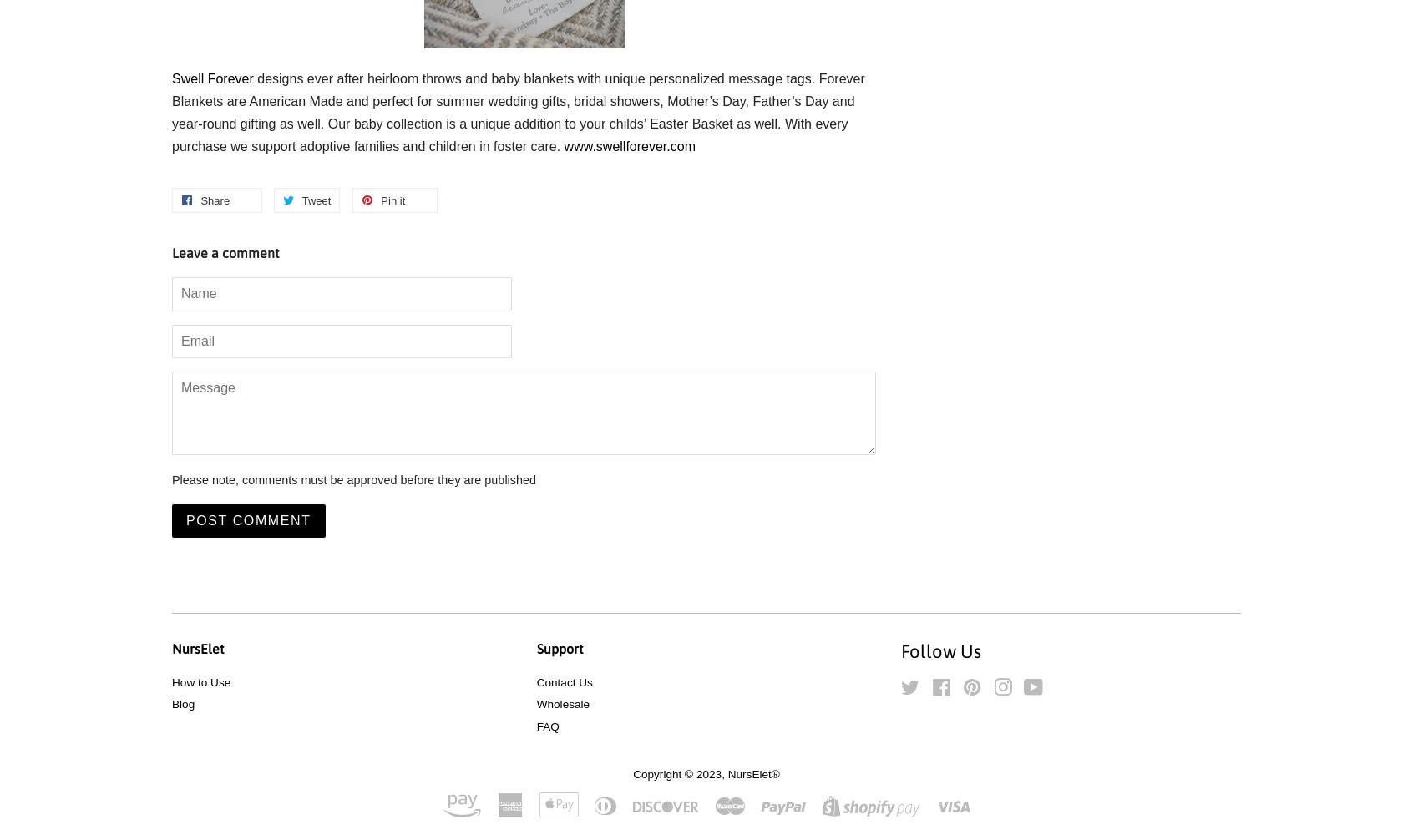 This screenshot has height=840, width=1413. Describe the element at coordinates (517, 112) in the screenshot. I see `'designs ever after heirloom throws and baby blankets with unique personalized message tags. Forever Blankets are American Made and perfect for summer wedding gifts, bridal showers, Mother’s Day, Father’s Day and year-round gifting as well. Our baby collection is a unique addition to your childs’ Easter Basket as well. With every purchase we support adoptive families and children in foster care.'` at that location.